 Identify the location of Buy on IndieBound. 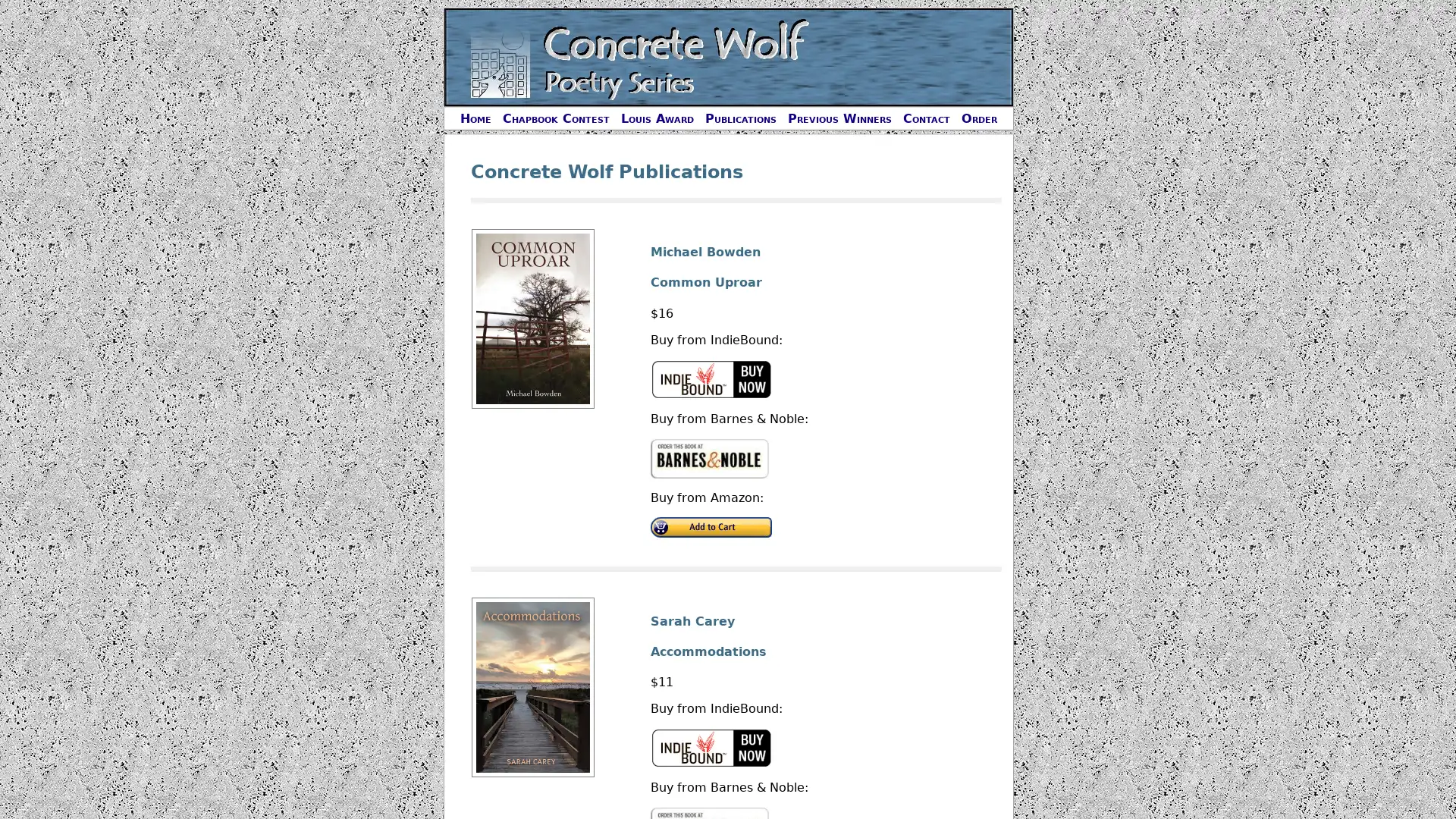
(710, 378).